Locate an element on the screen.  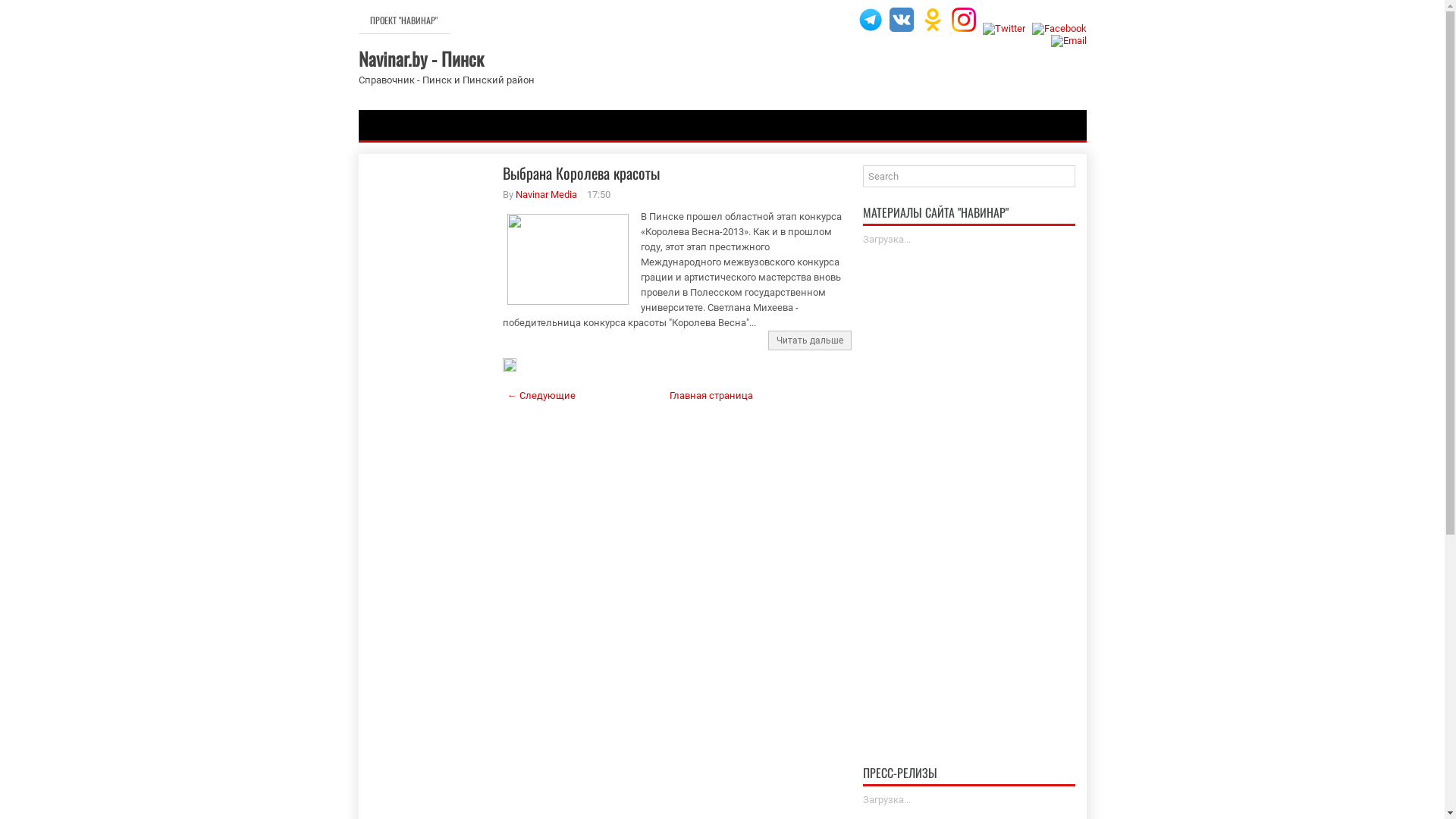
'Facebook' is located at coordinates (1058, 29).